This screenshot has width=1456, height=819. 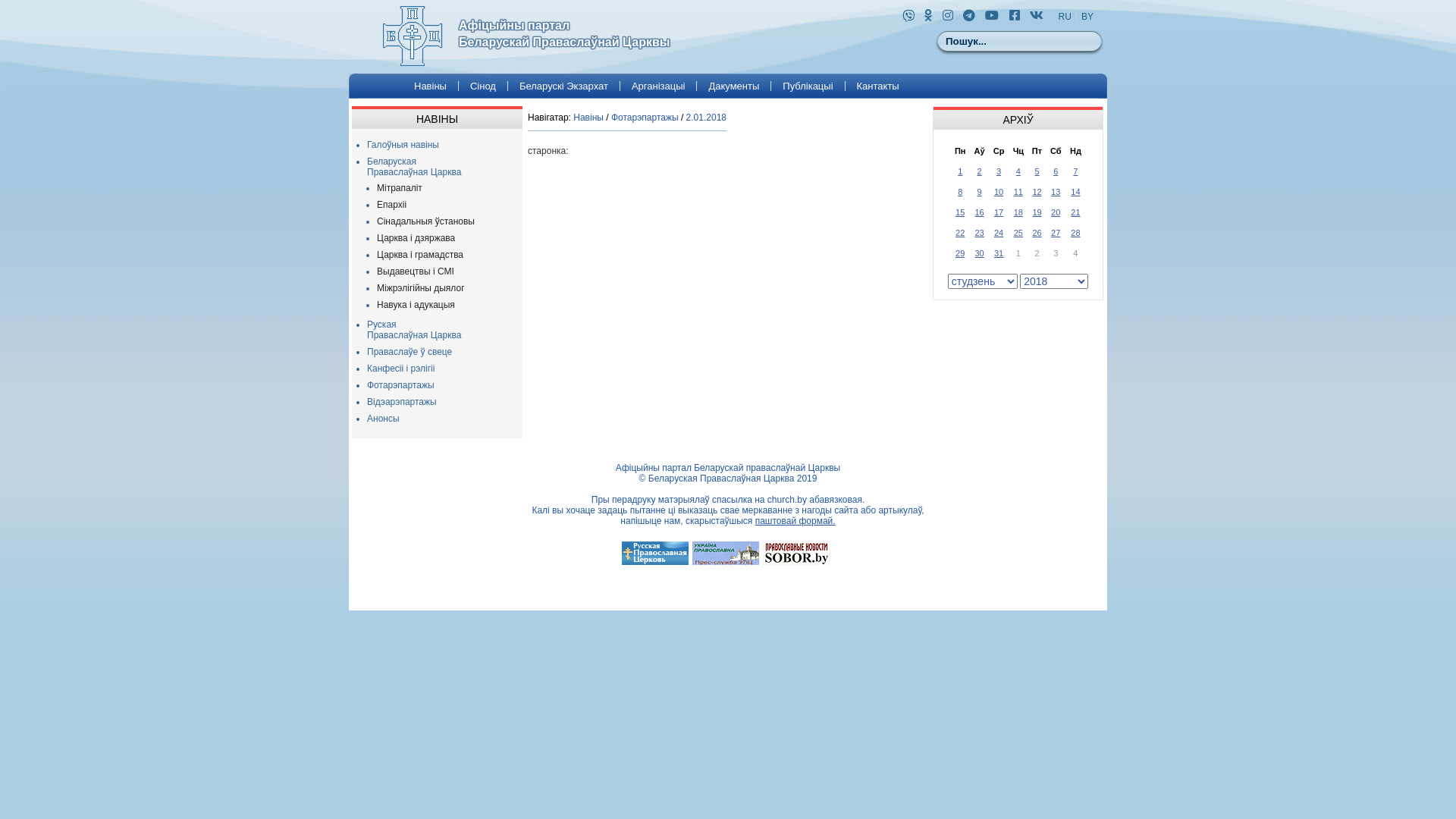 I want to click on 'church.by', so click(x=786, y=500).